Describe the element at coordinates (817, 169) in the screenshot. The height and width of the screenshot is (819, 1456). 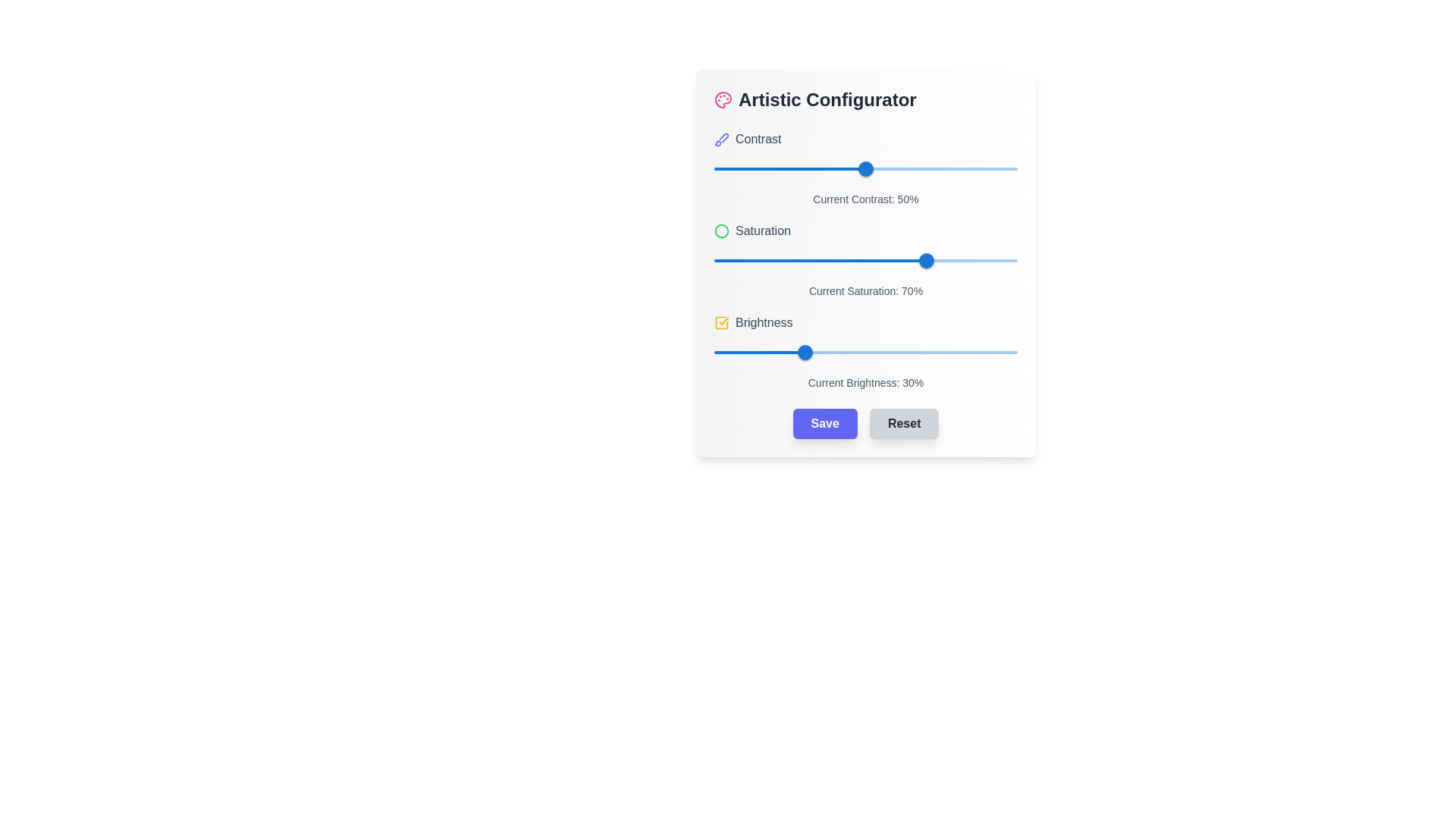
I see `contrast` at that location.